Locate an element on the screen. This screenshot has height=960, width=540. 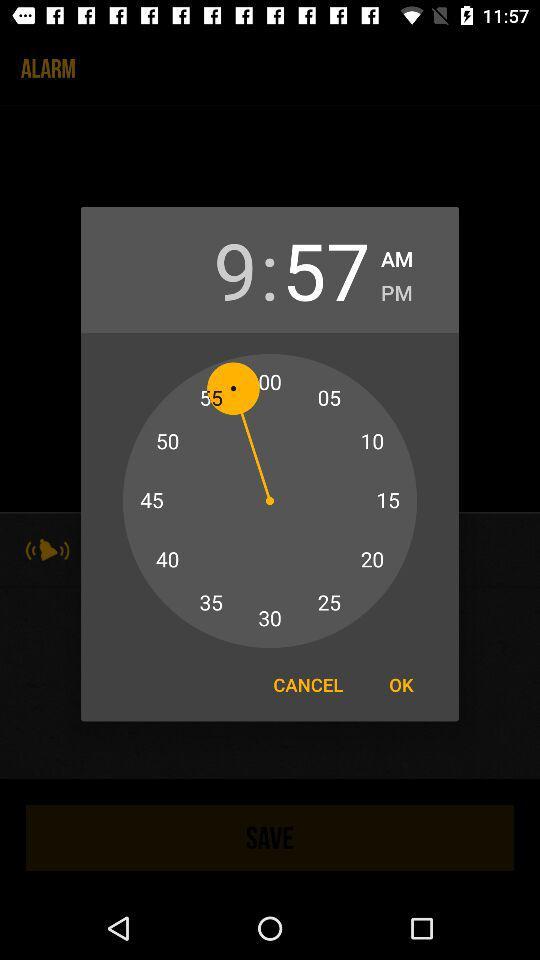
the item to the right of 57 item is located at coordinates (397, 255).